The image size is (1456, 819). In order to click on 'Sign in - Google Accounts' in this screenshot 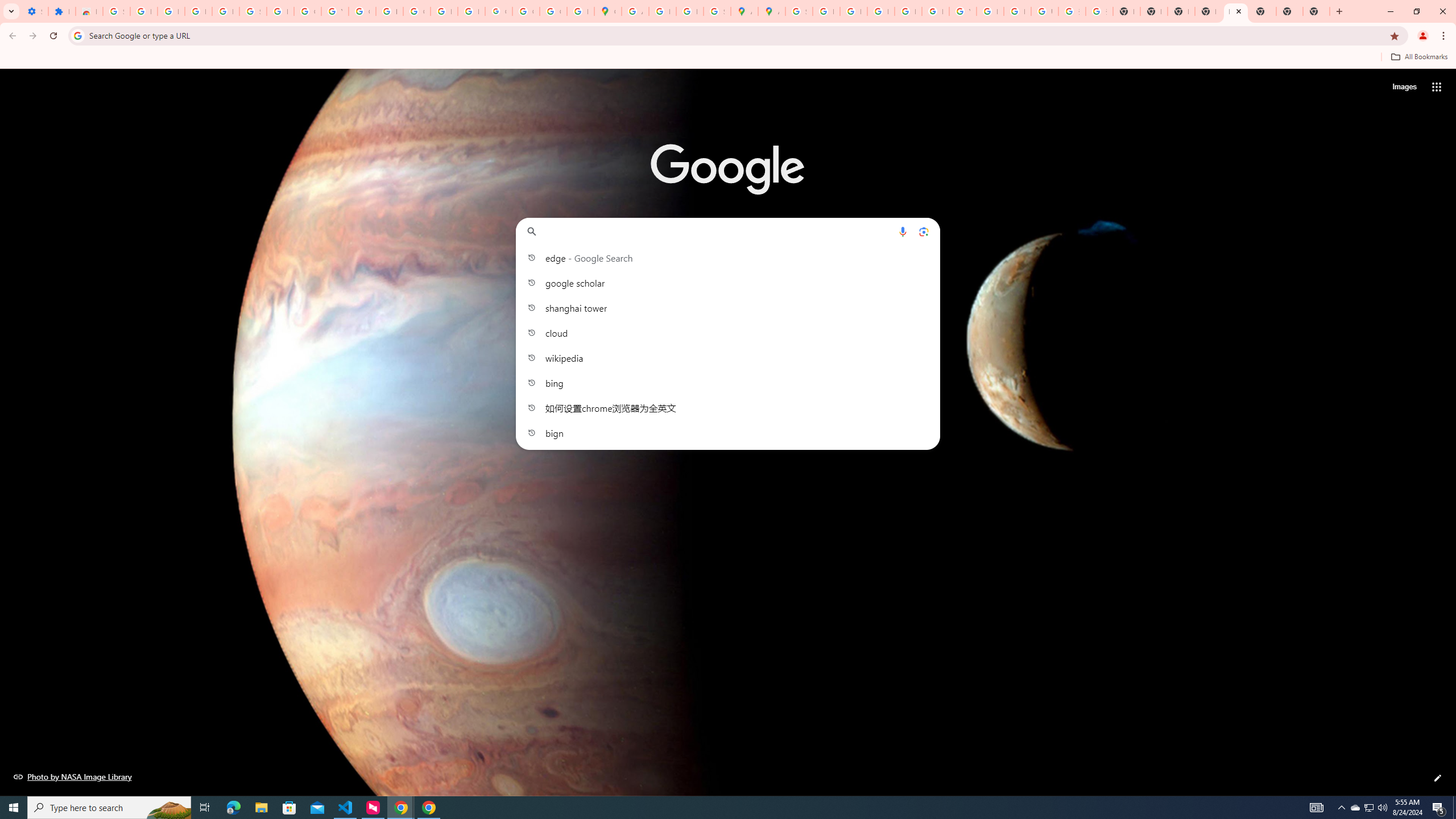, I will do `click(115, 11)`.